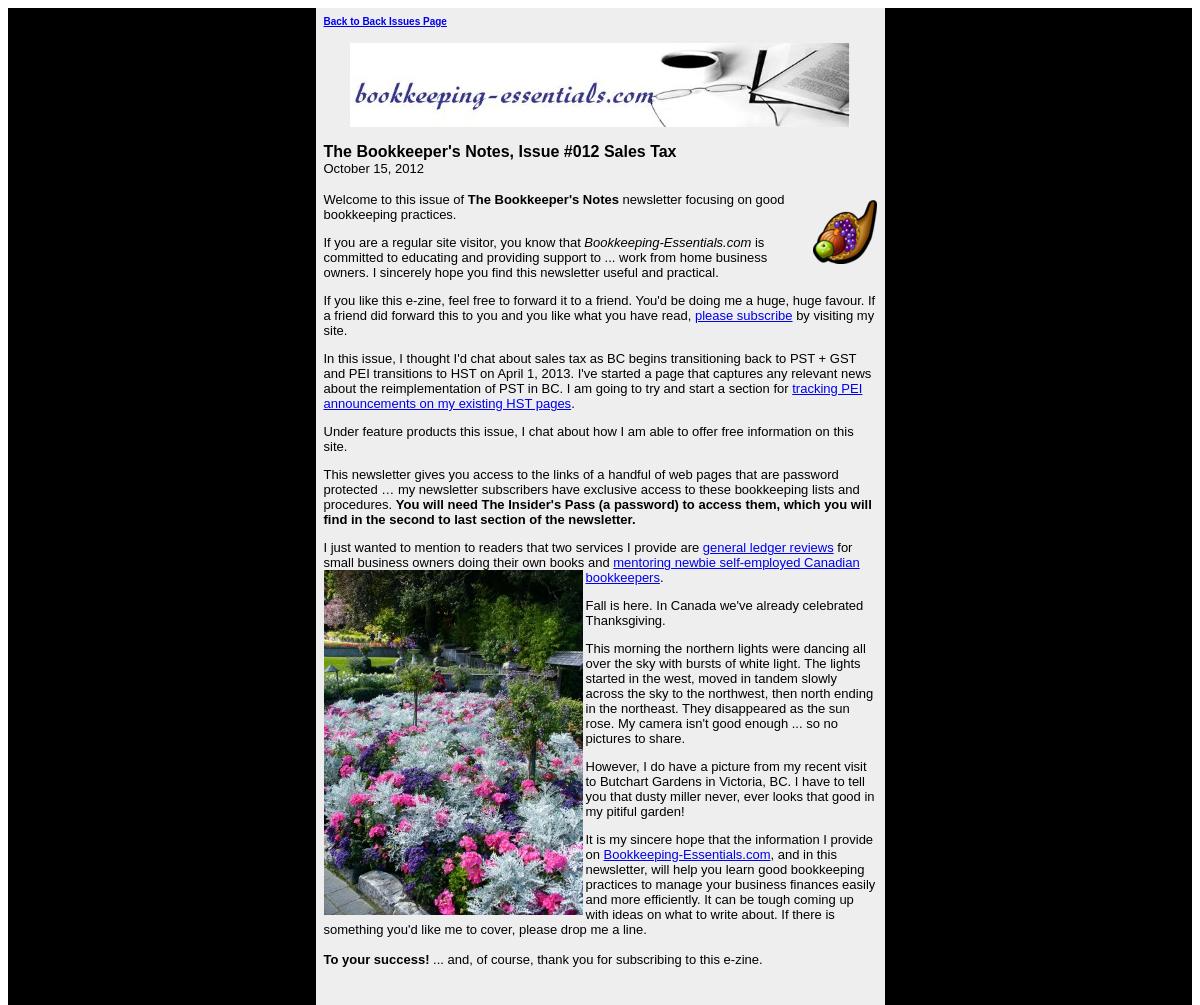 The image size is (1200, 1005). Describe the element at coordinates (584, 693) in the screenshot. I see `'This morning the northern lights were dancing all over the sky with bursts of white light. The lights started in the west, moved in tandem slowly across the sky to the northwest, then north ending in the northeast. They disappeared as the sun rose. My camera isn't good enough ... so no pictures to share.'` at that location.